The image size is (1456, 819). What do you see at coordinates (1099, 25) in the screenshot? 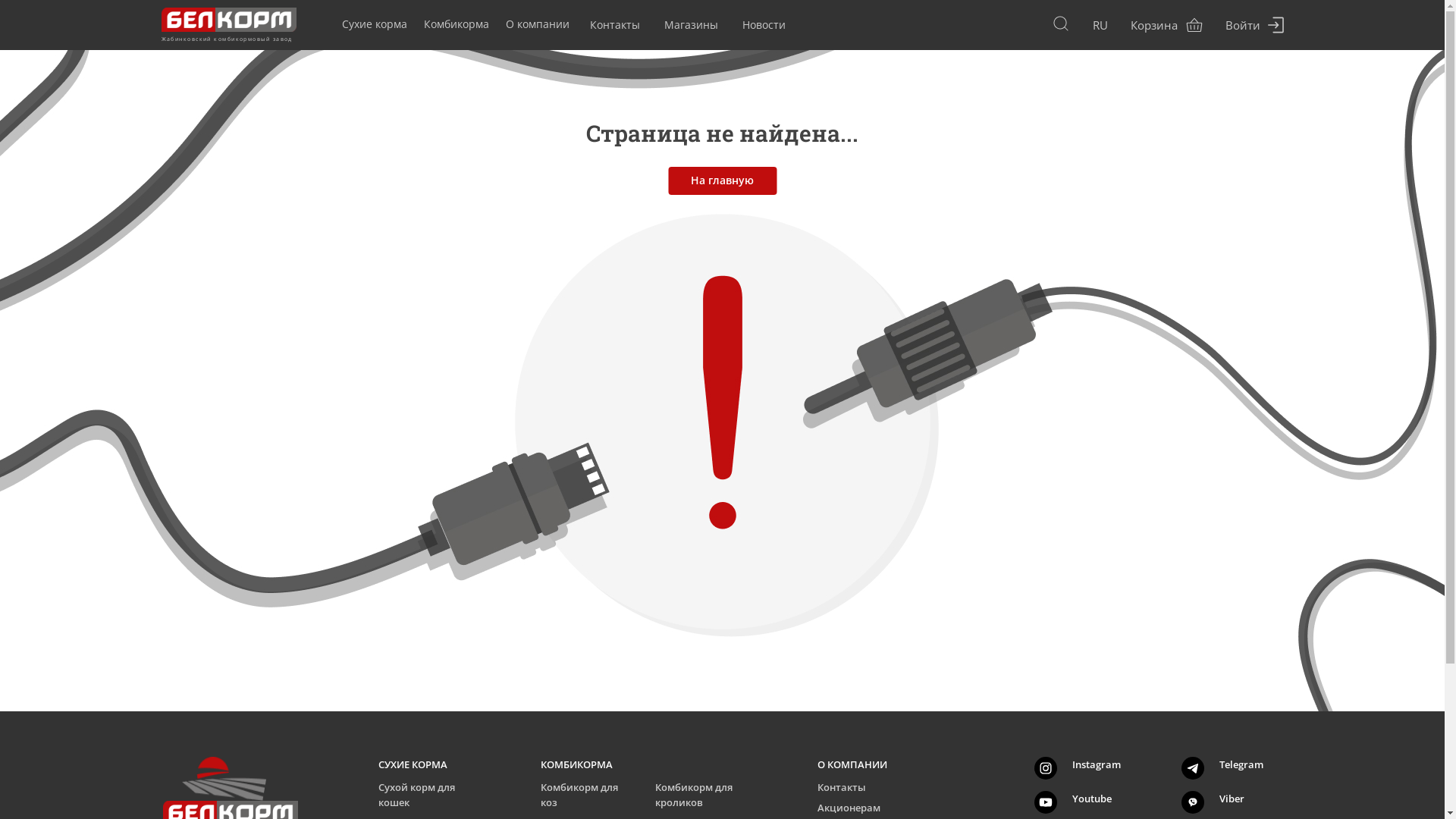
I see `'RU'` at bounding box center [1099, 25].